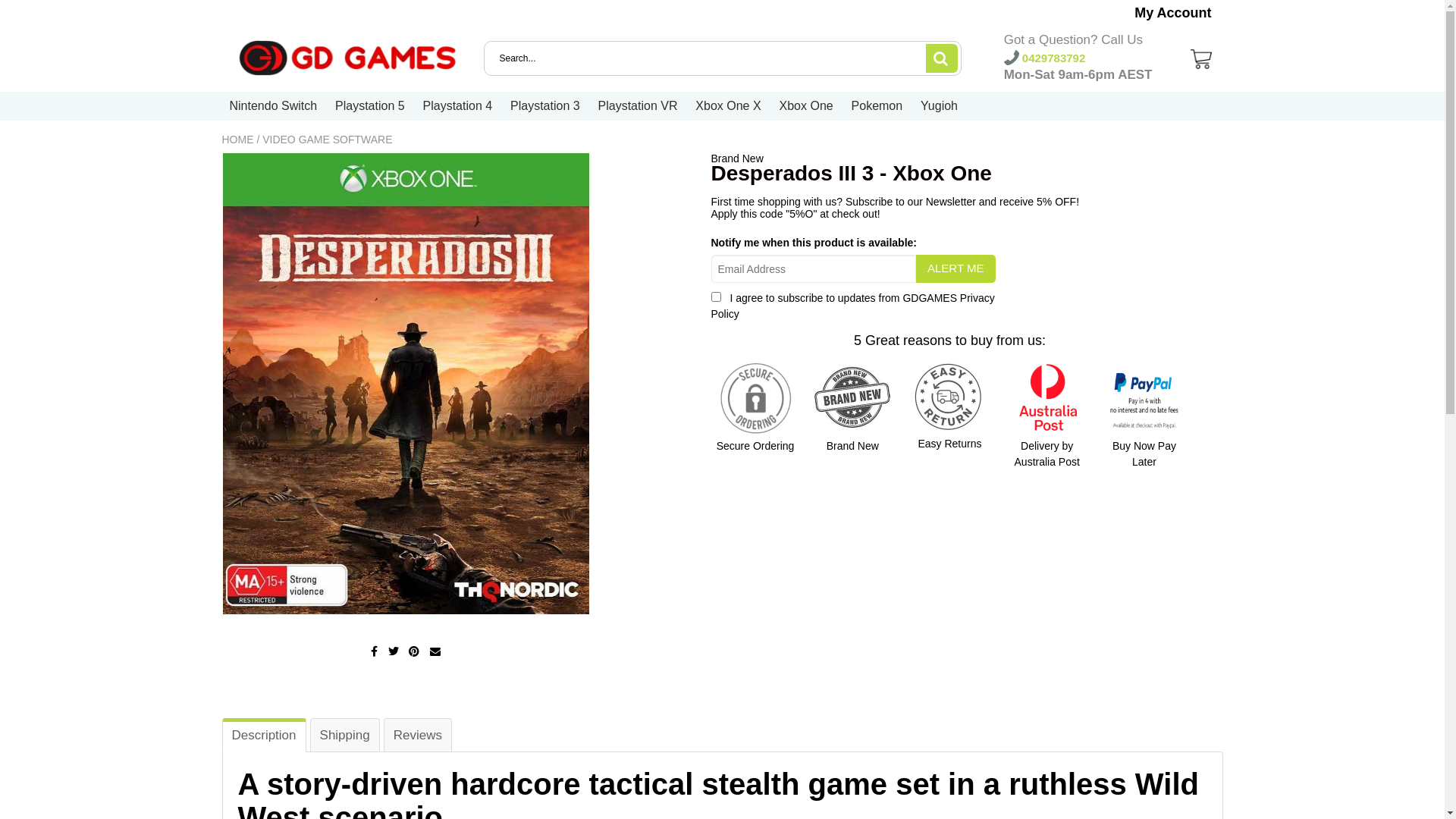  I want to click on 'Pokemon', so click(877, 105).